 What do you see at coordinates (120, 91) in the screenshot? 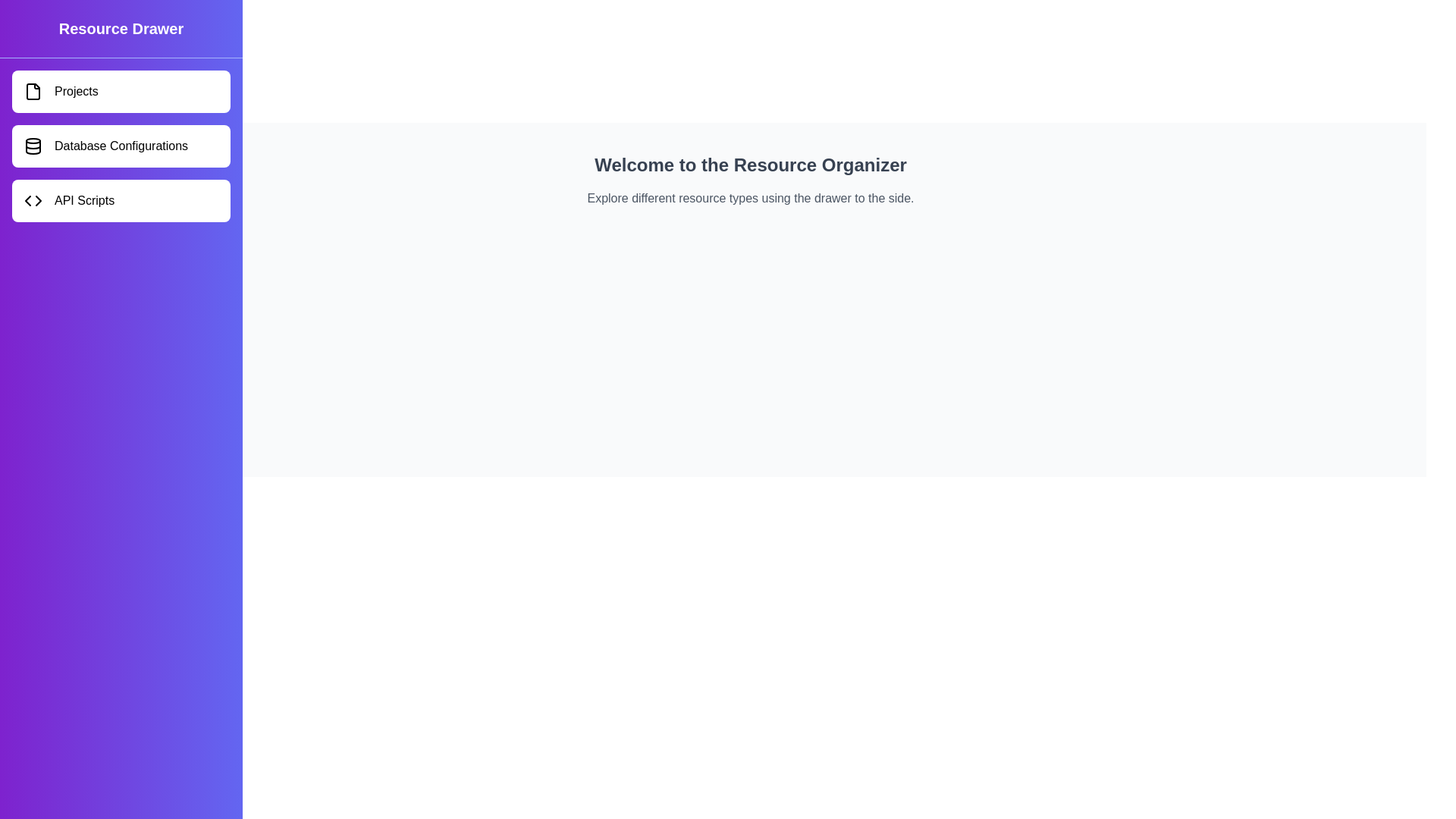
I see `the resource Projects by clicking on its corresponding item in the drawer` at bounding box center [120, 91].